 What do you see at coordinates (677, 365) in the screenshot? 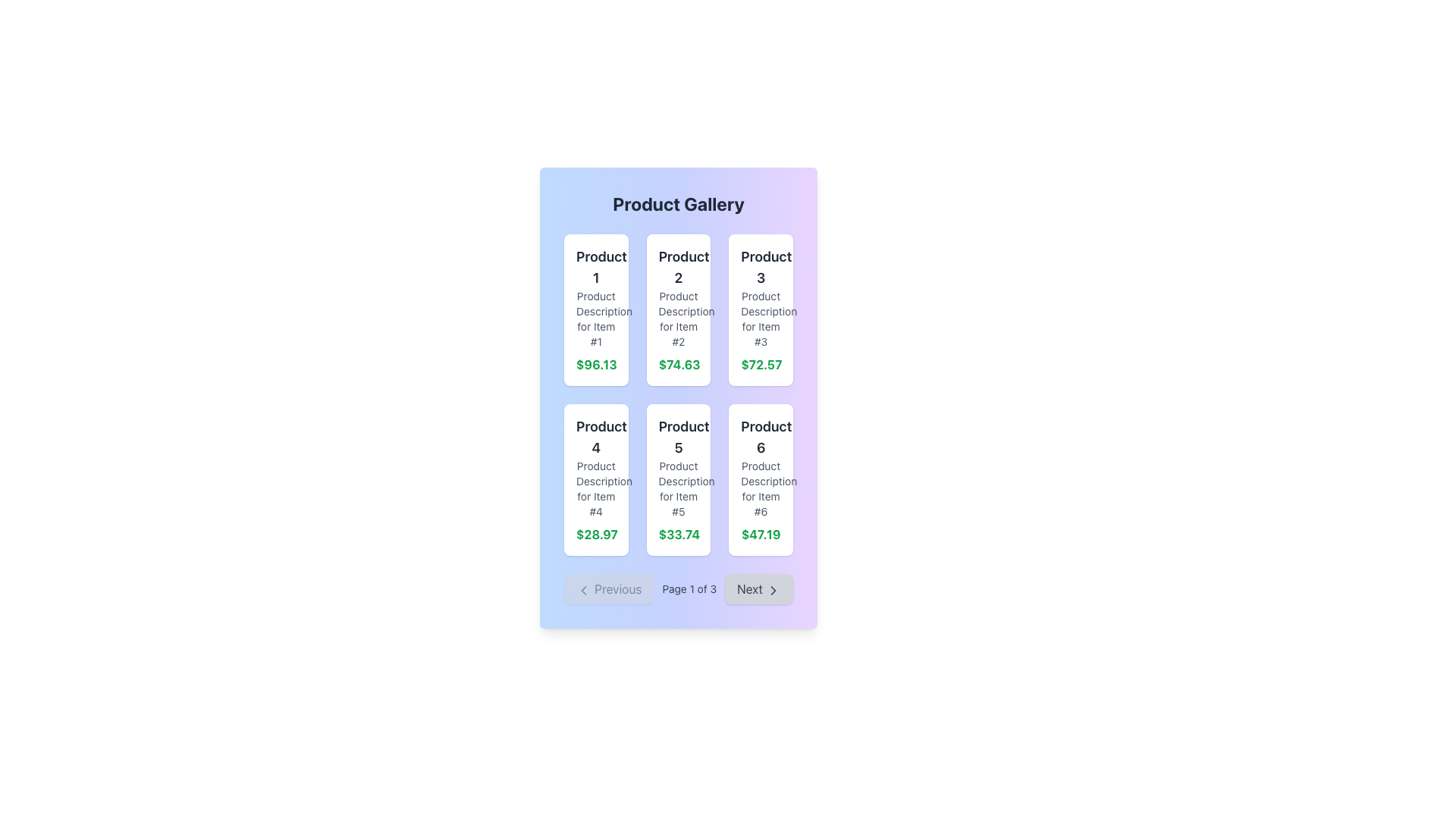
I see `the price label of 'Product 2' located at the bottom of the product description in the second column of the product grid` at bounding box center [677, 365].